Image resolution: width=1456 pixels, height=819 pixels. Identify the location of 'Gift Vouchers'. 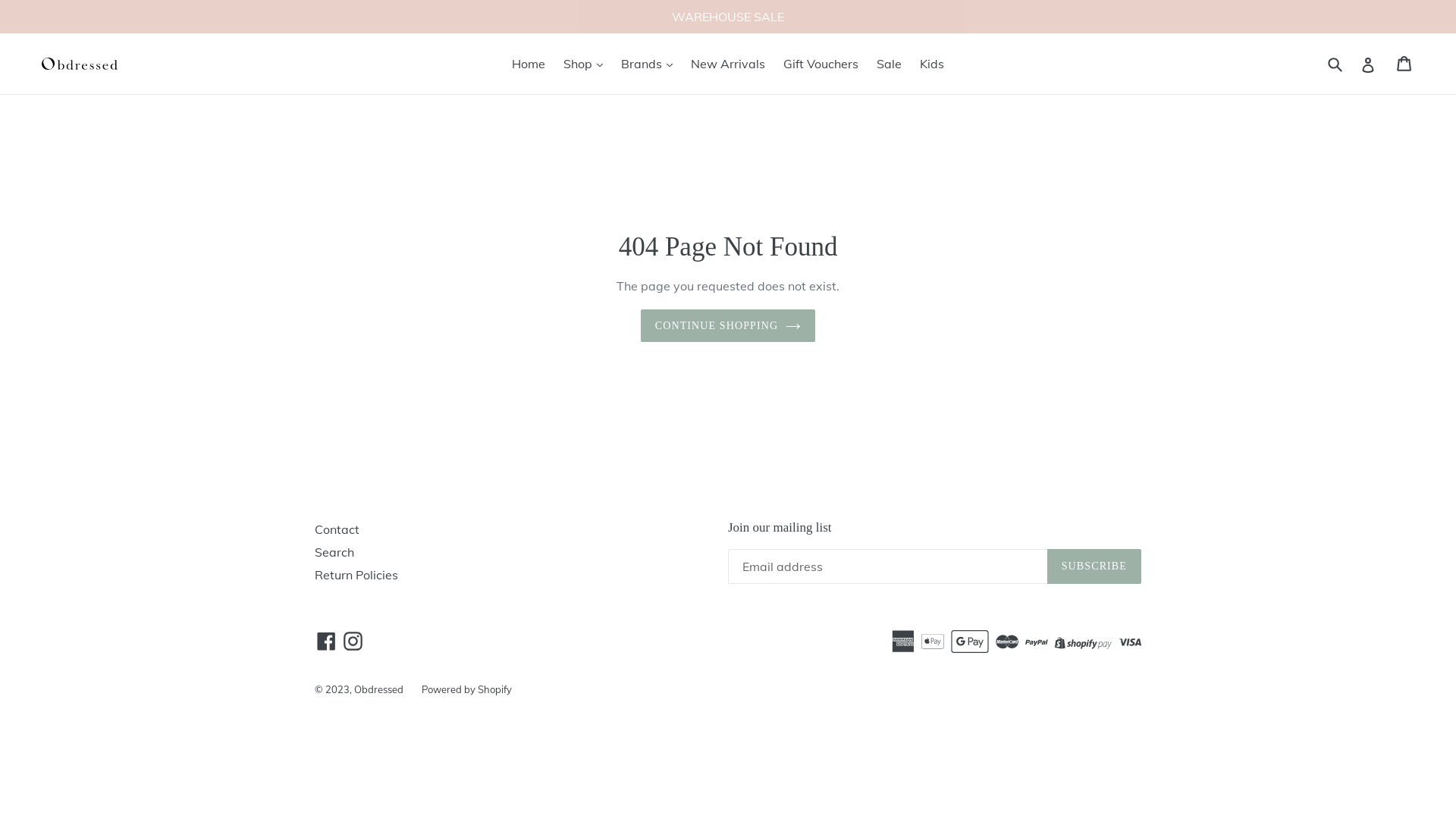
(820, 63).